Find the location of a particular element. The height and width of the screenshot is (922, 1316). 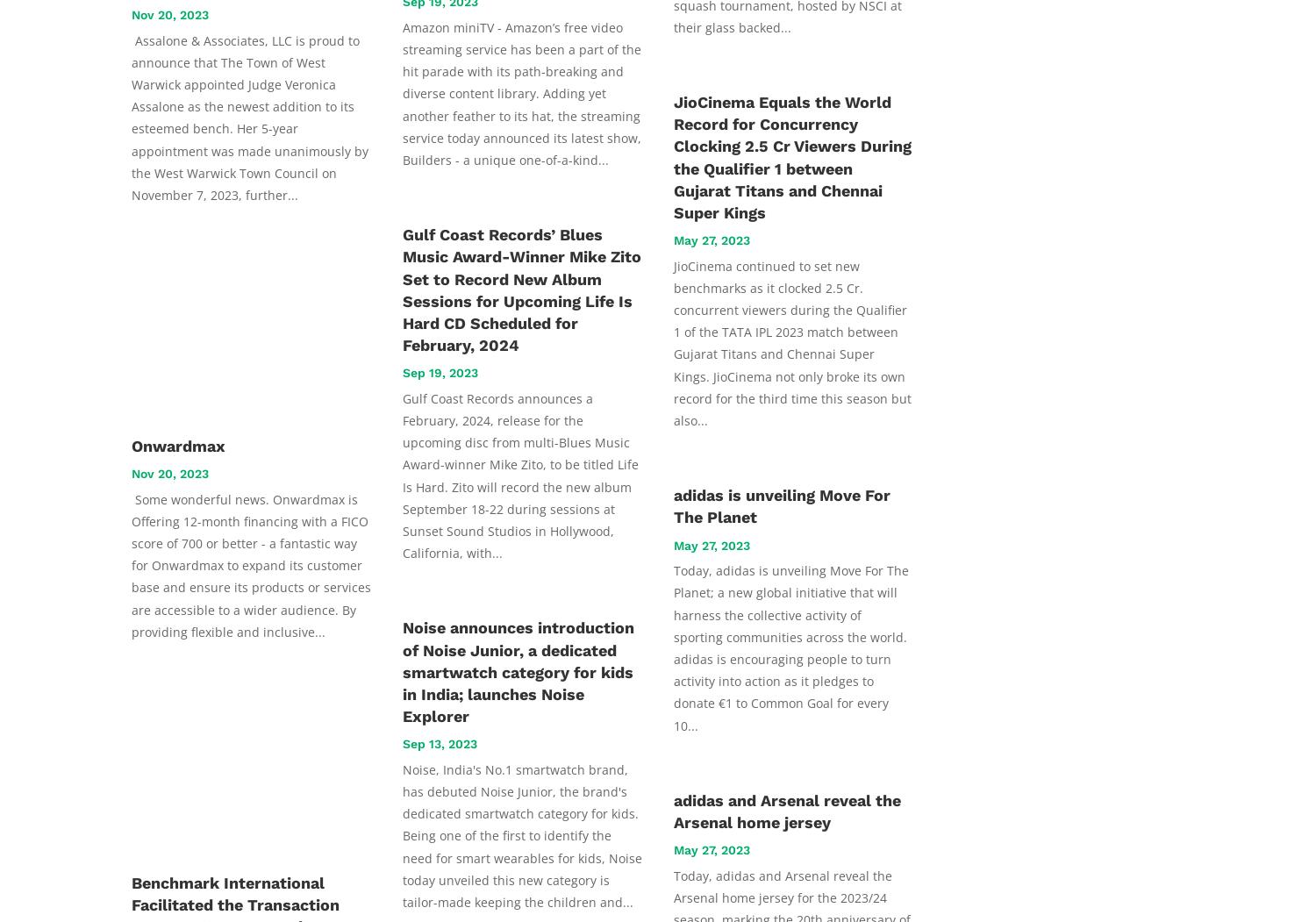

'adidas is unveiling Move For The Planet' is located at coordinates (782, 505).